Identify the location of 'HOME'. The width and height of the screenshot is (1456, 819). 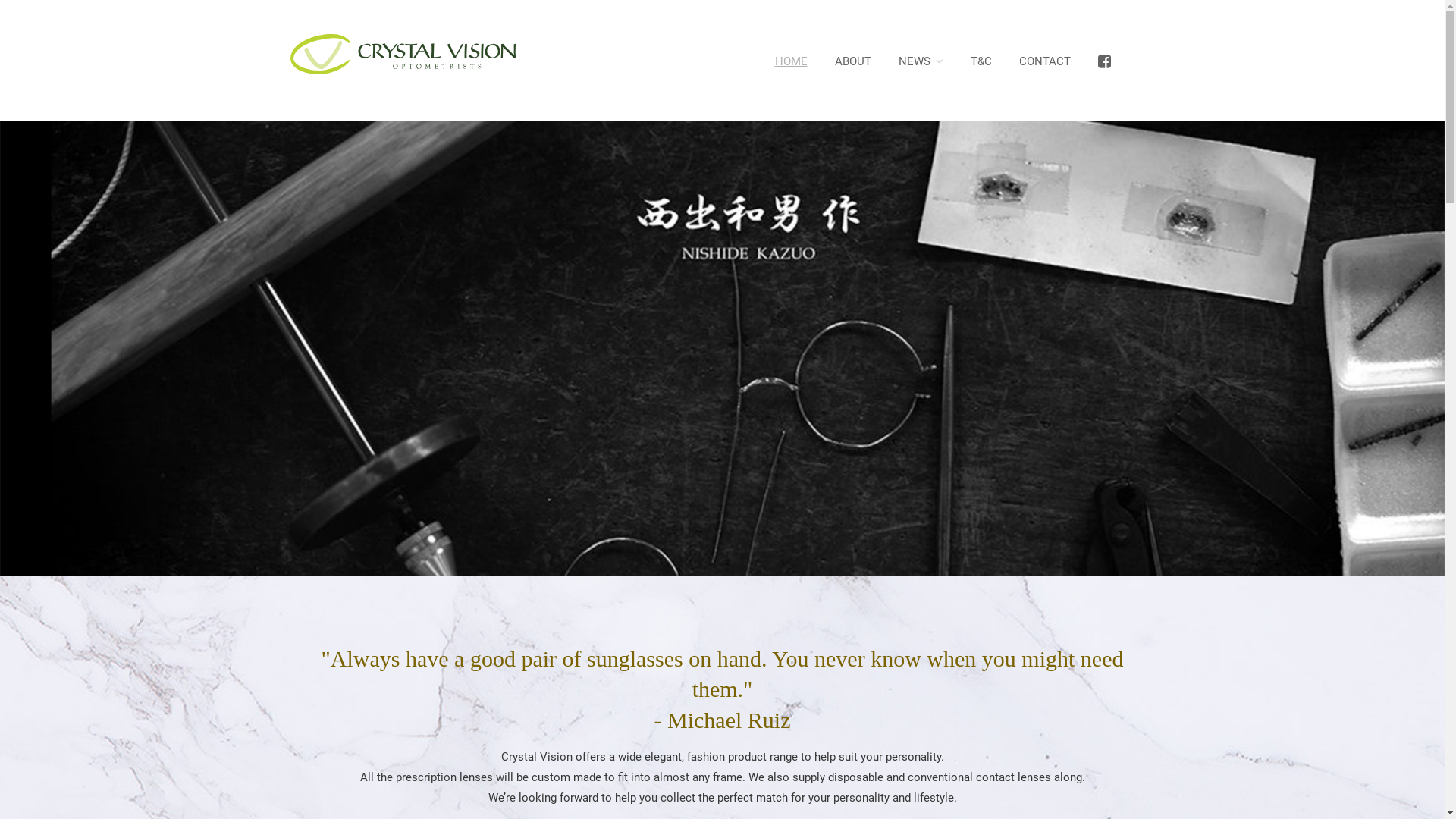
(790, 61).